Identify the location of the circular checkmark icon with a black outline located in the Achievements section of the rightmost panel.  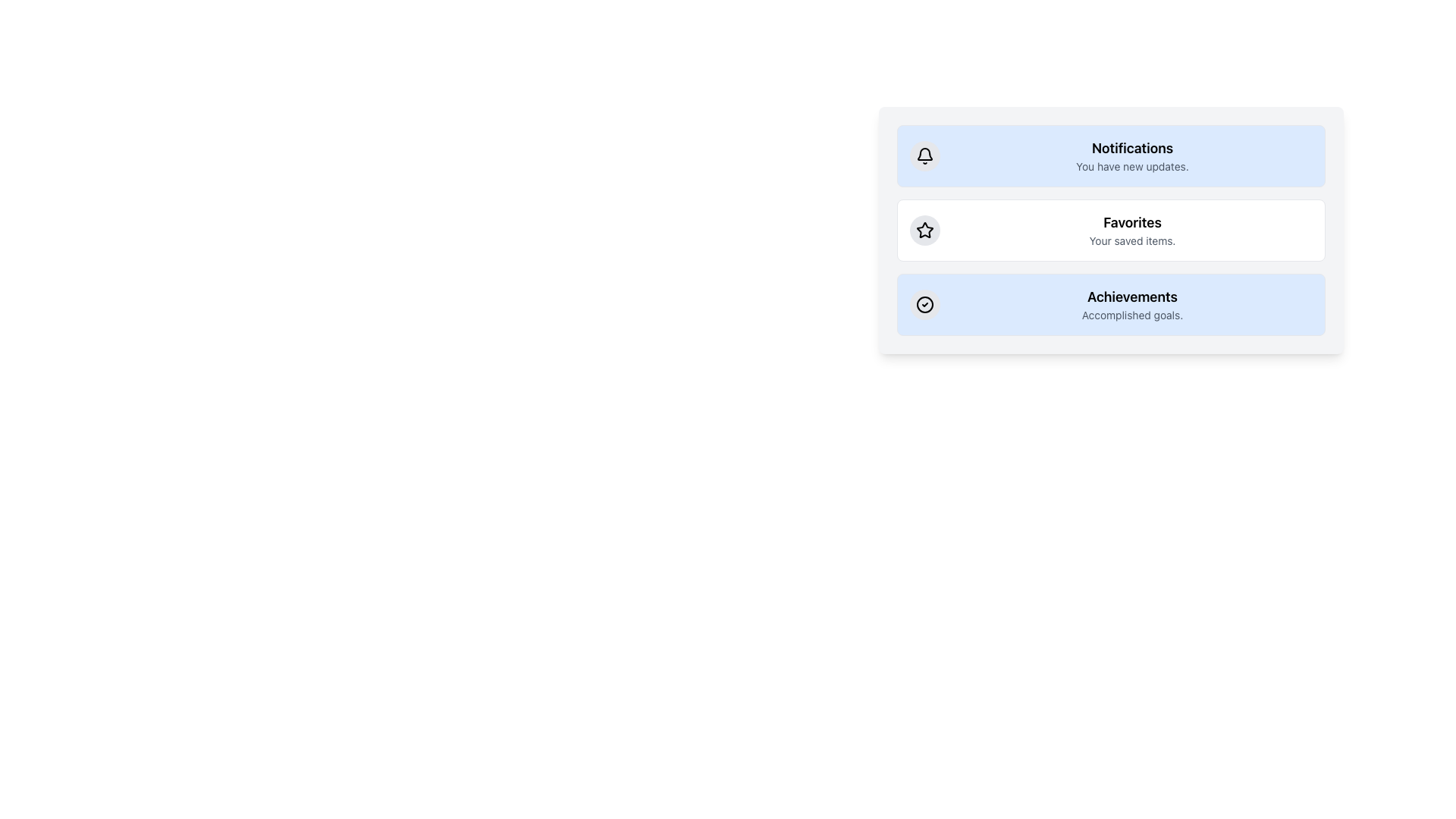
(924, 304).